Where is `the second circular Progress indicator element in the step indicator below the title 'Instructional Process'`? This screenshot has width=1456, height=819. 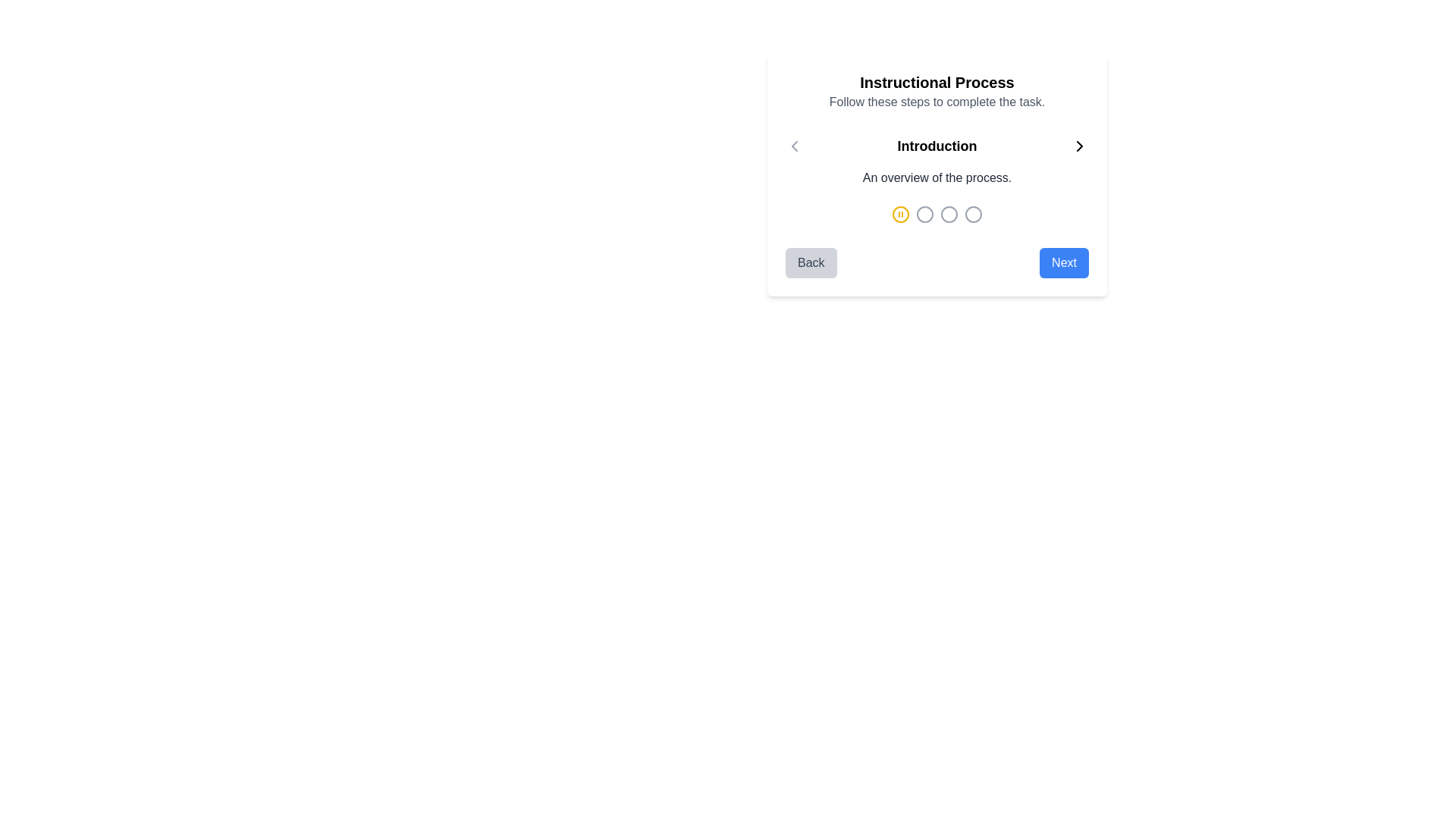
the second circular Progress indicator element in the step indicator below the title 'Instructional Process' is located at coordinates (924, 214).